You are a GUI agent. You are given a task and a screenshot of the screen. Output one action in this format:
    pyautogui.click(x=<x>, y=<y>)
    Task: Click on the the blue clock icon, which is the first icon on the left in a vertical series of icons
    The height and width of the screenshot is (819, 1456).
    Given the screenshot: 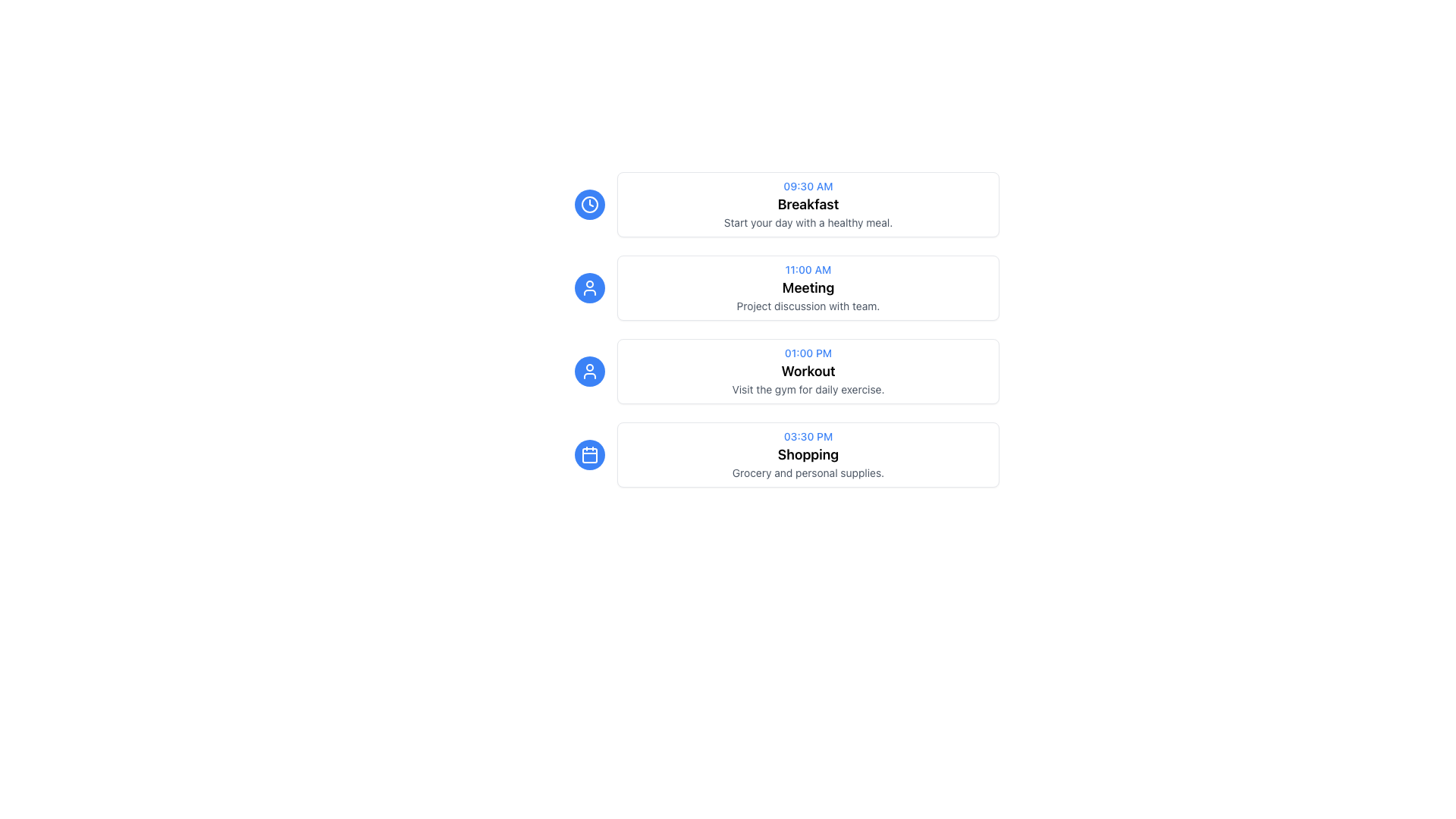 What is the action you would take?
    pyautogui.click(x=588, y=205)
    